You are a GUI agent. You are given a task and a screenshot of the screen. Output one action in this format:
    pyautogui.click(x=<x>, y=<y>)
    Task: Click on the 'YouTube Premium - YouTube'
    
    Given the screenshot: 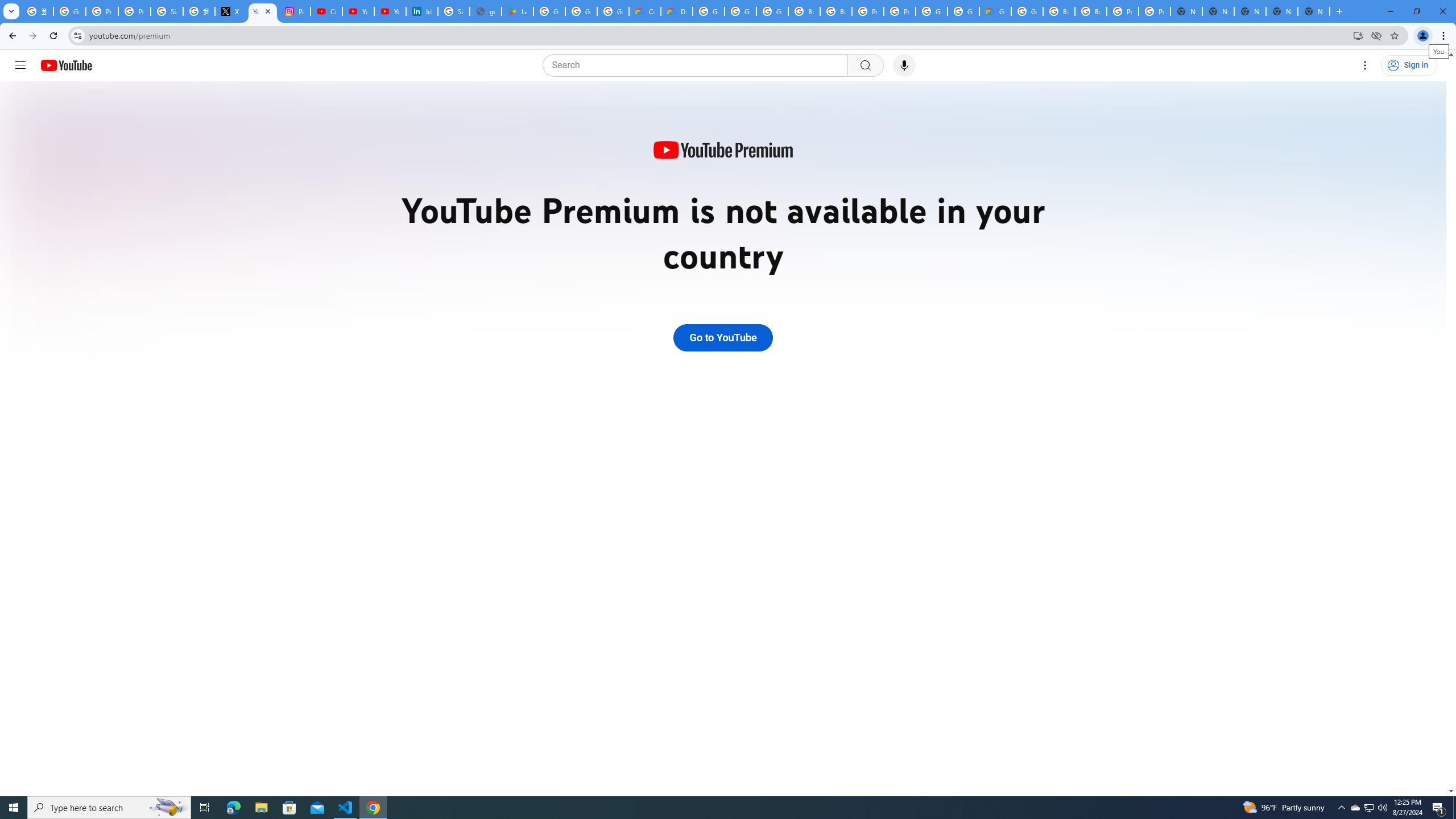 What is the action you would take?
    pyautogui.click(x=262, y=11)
    